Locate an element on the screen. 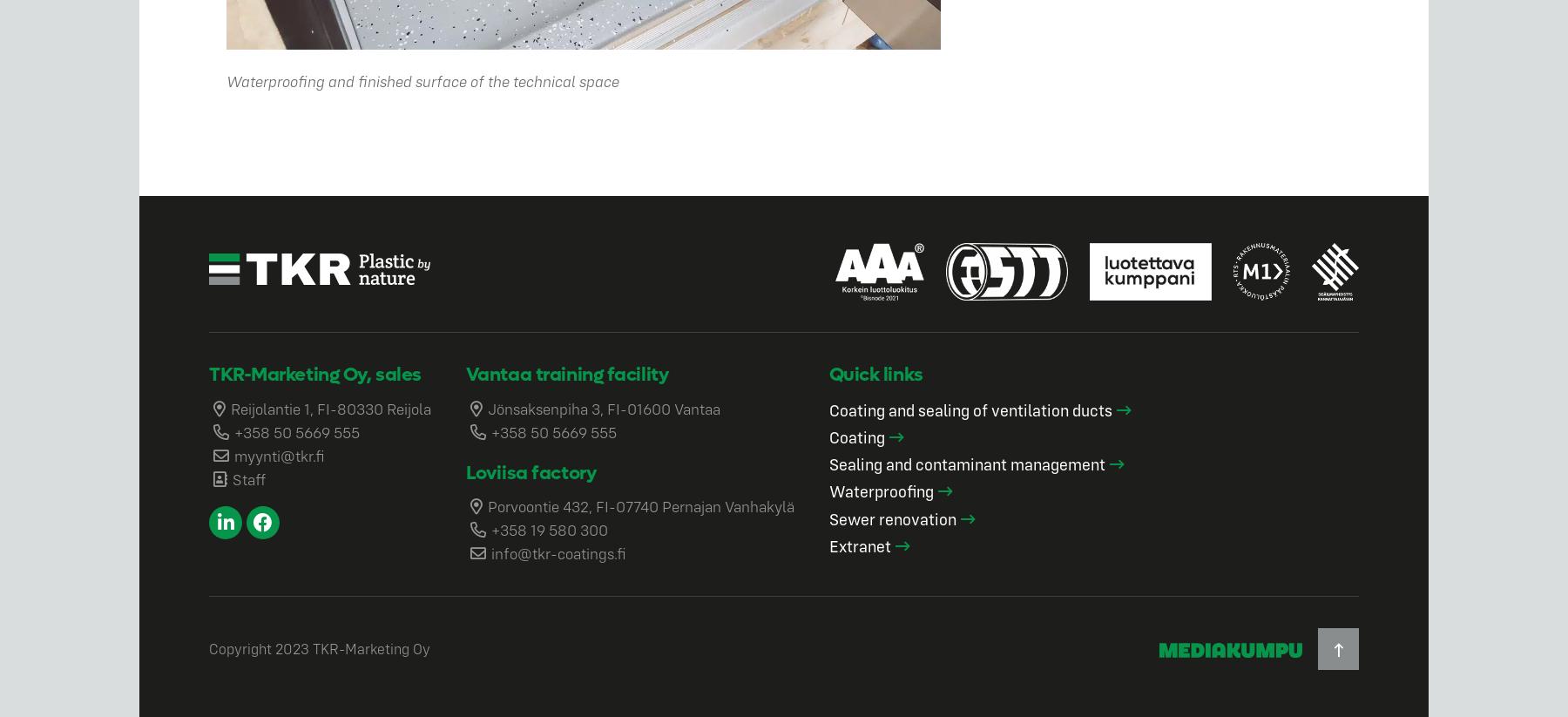  'Vantaa training facility' is located at coordinates (567, 374).